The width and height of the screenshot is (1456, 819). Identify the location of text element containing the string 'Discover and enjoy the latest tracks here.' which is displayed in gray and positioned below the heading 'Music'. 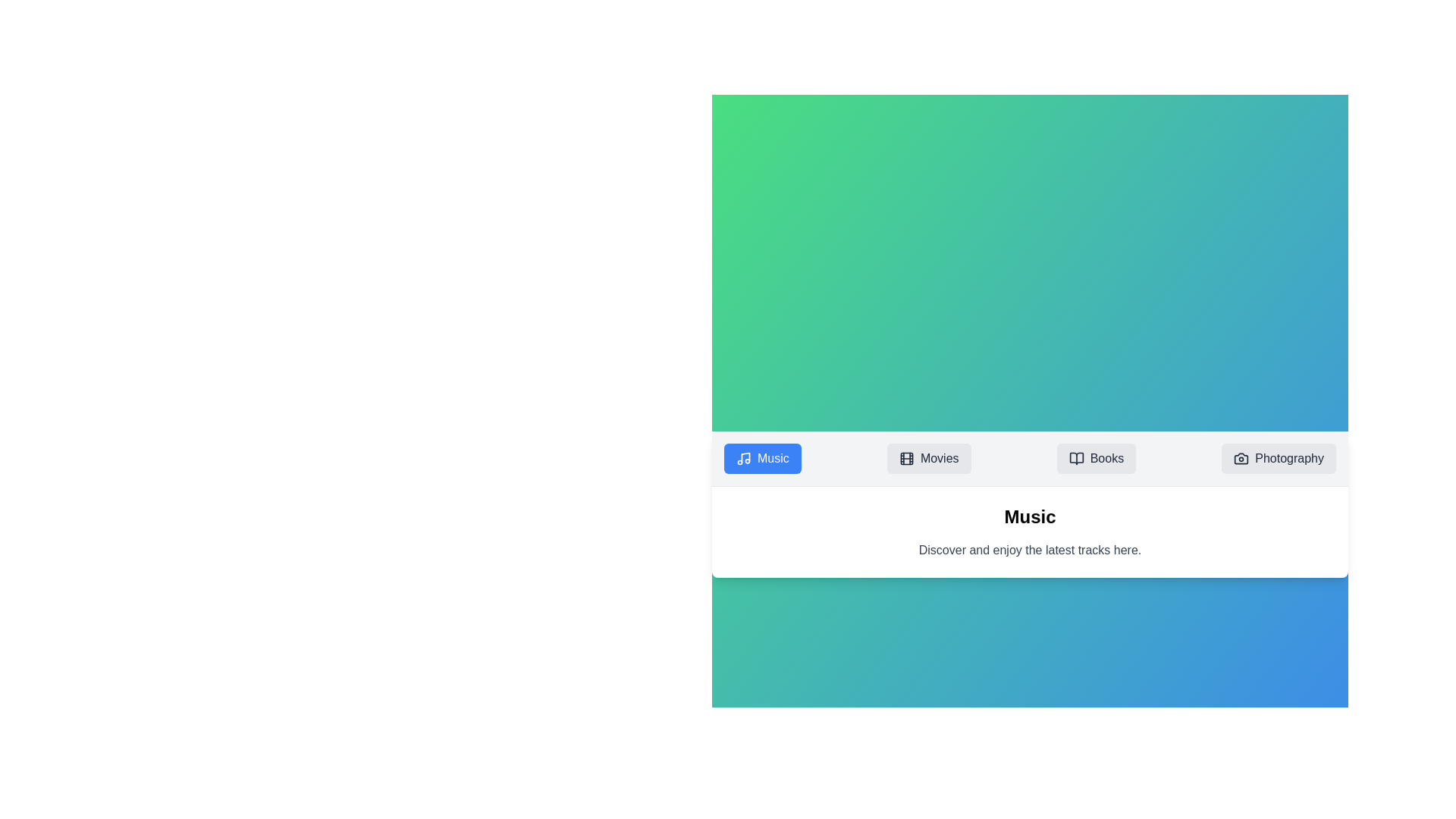
(1030, 550).